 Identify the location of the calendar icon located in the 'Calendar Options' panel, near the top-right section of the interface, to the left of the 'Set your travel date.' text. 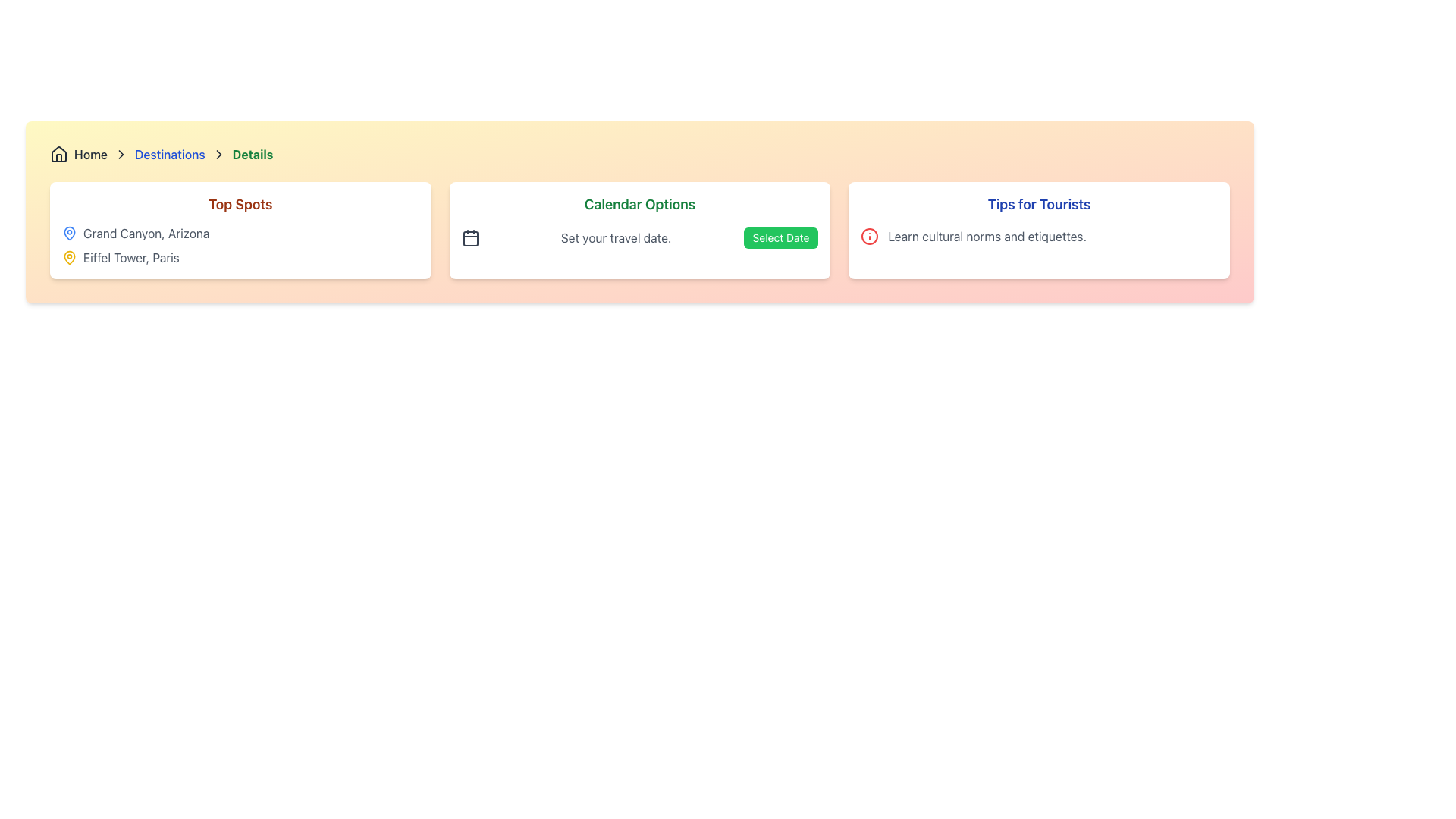
(469, 239).